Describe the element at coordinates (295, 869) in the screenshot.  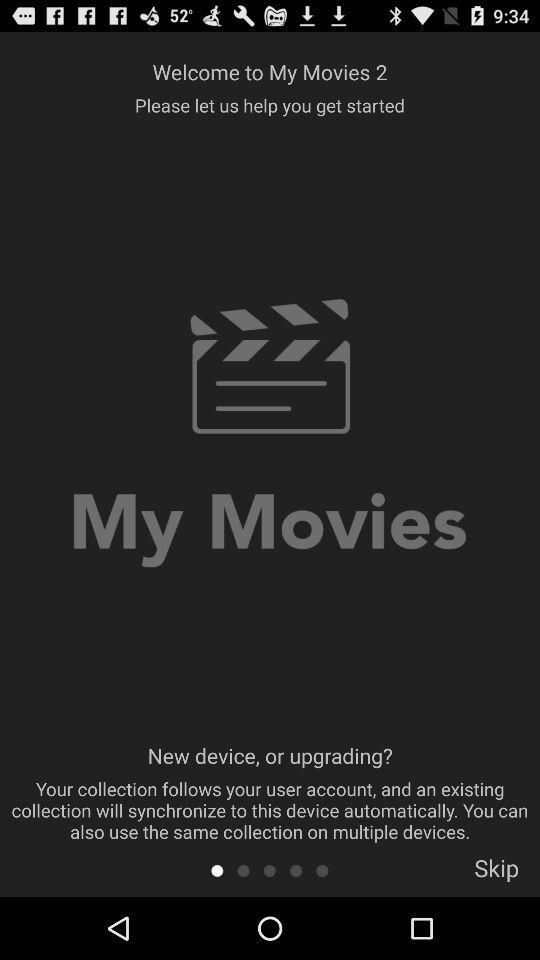
I see `a circle` at that location.